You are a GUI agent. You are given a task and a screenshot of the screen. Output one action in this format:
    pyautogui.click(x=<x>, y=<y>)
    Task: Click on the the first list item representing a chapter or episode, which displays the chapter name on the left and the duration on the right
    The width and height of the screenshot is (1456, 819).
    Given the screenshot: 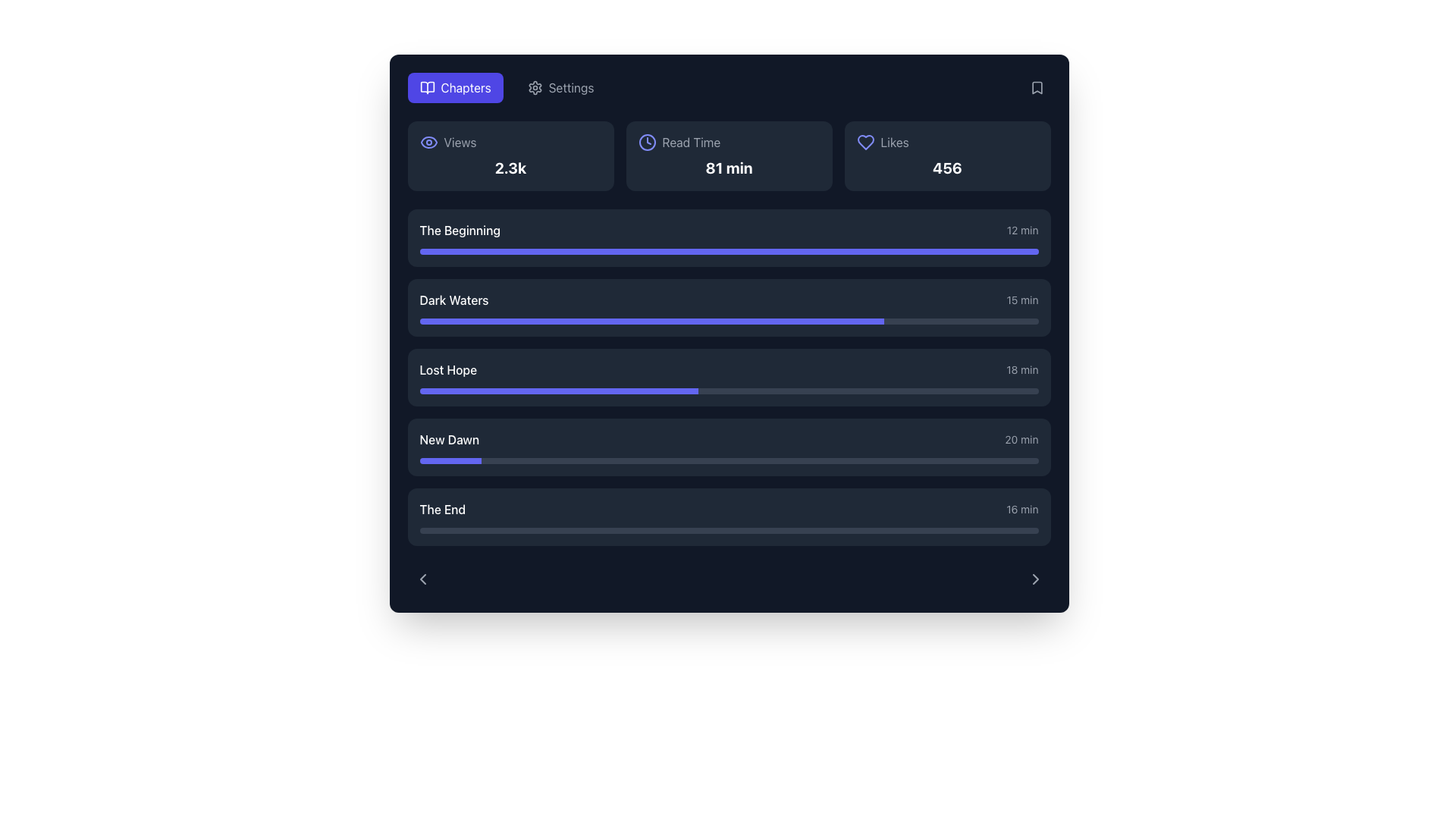 What is the action you would take?
    pyautogui.click(x=729, y=231)
    